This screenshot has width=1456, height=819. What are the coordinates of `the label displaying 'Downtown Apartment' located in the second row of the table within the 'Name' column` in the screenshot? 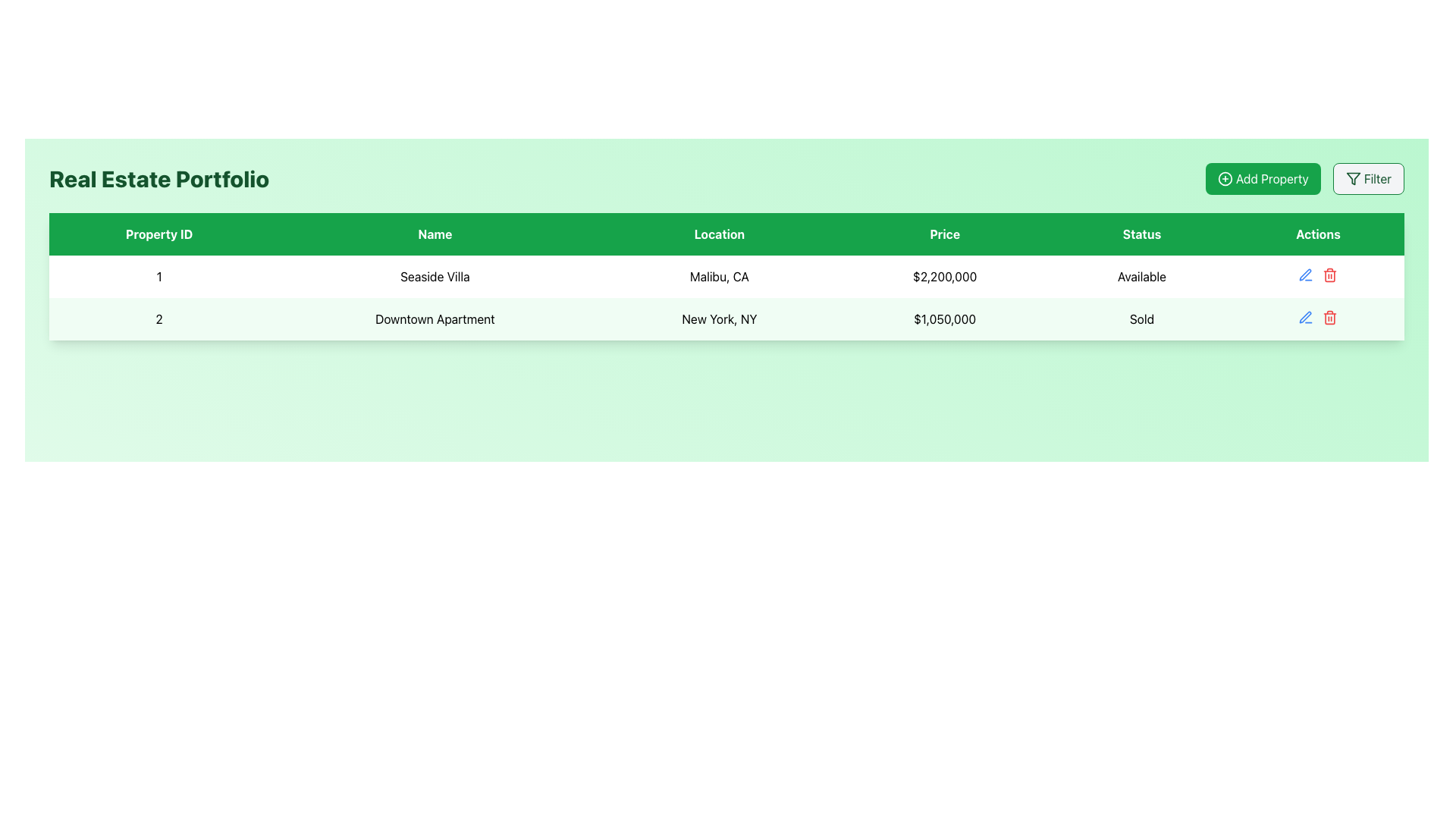 It's located at (434, 318).